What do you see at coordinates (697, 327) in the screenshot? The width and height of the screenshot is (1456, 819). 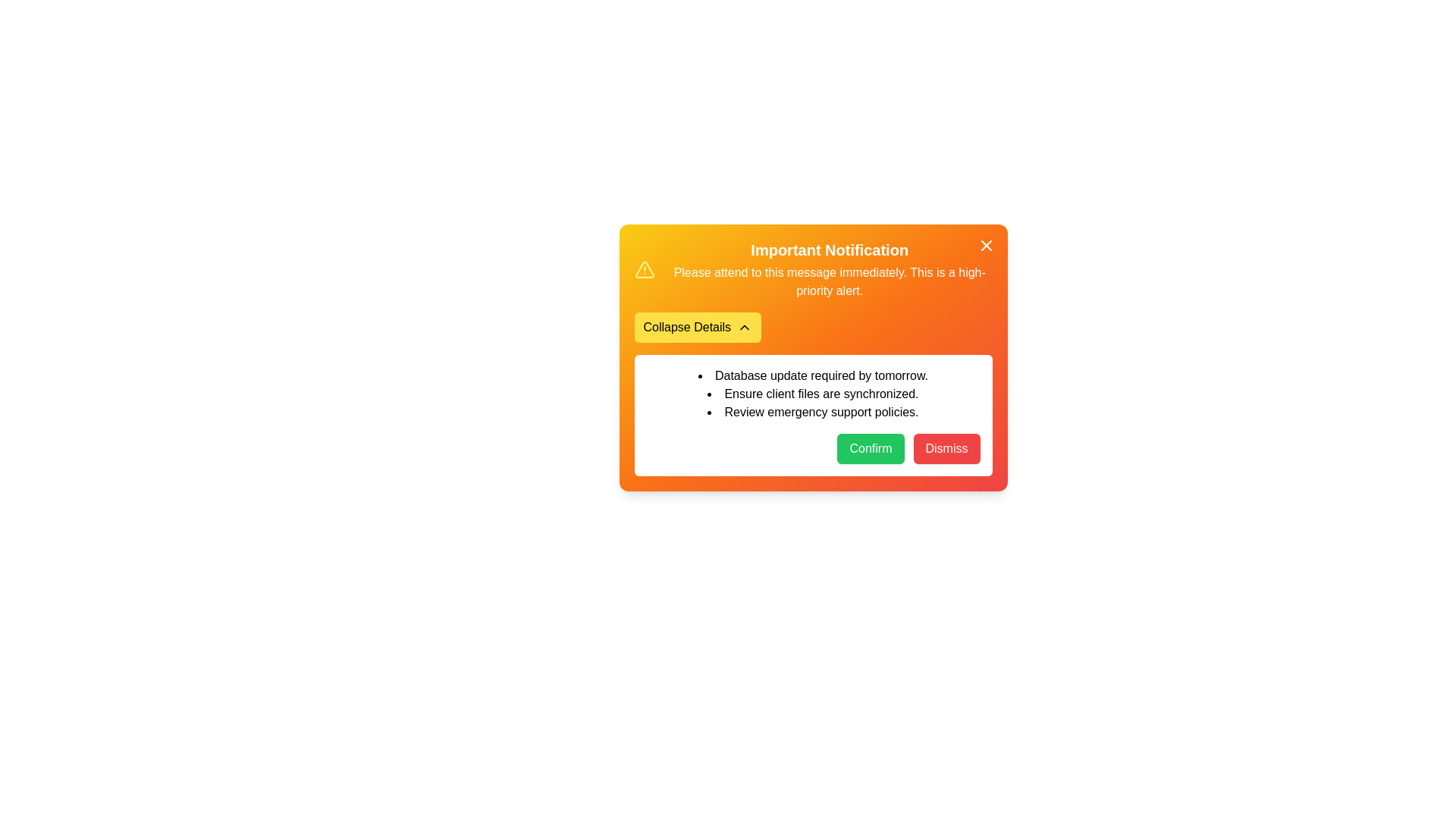 I see `the 'Collapse Details' button to toggle the expanded state of the notification` at bounding box center [697, 327].